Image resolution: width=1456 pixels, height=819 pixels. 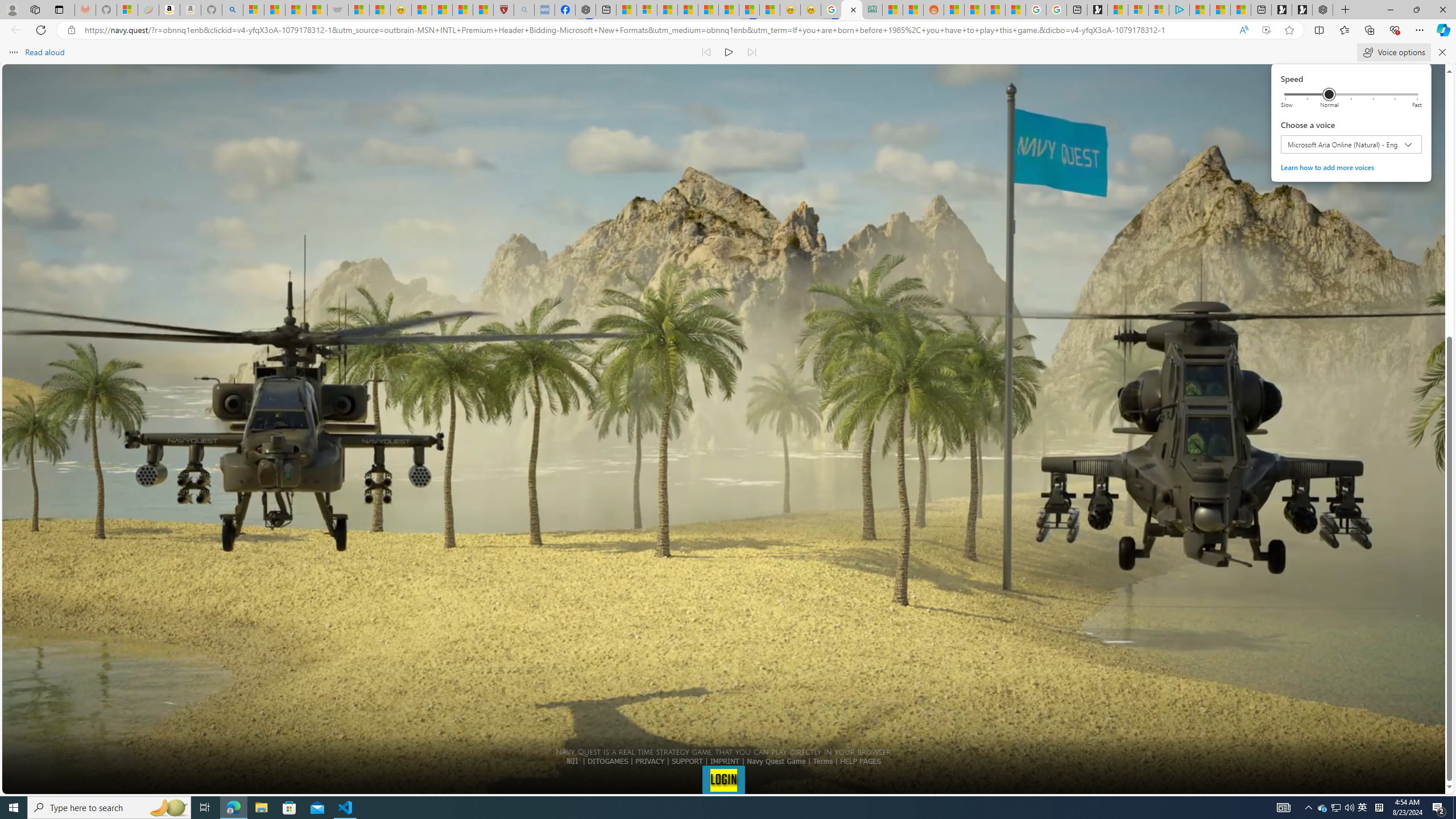 What do you see at coordinates (650, 760) in the screenshot?
I see `'PRIVACY'` at bounding box center [650, 760].